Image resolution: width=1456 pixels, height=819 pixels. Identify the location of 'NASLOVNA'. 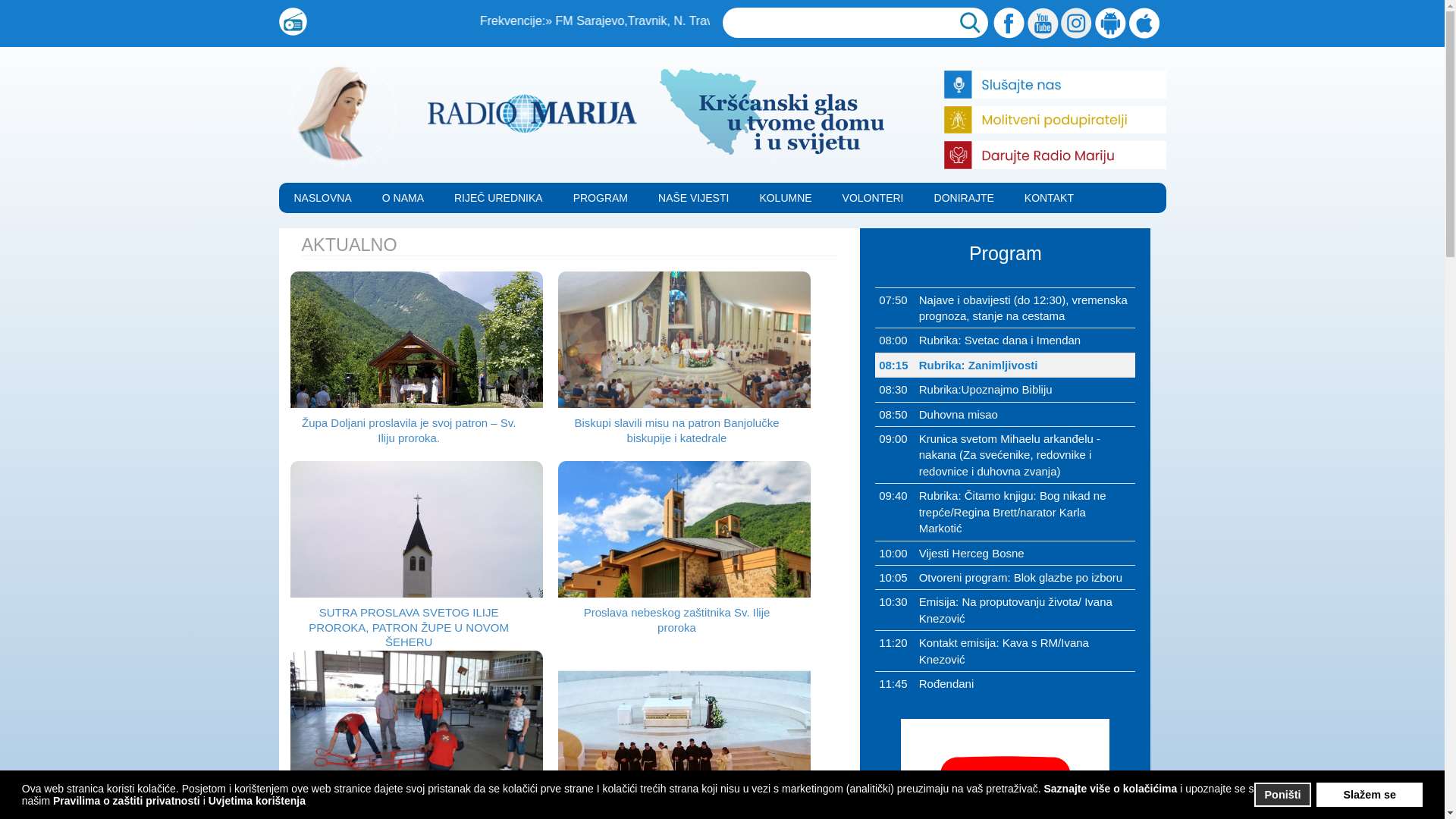
(322, 197).